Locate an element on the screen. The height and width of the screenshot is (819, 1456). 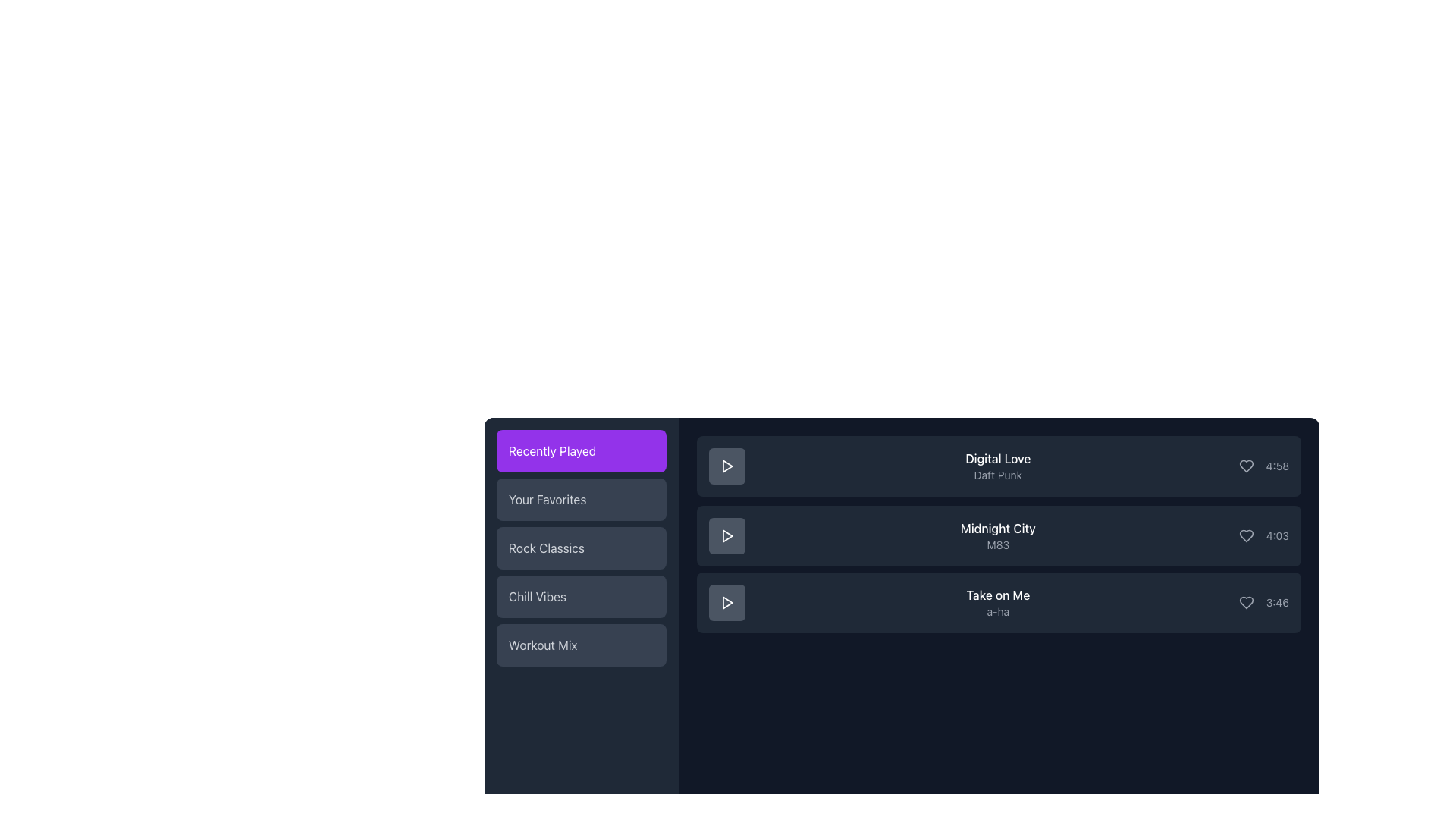
the text label representing the artist name for the corresponding music track, positioned below the 'Digital Love' text in the top-right region of the list area is located at coordinates (998, 475).